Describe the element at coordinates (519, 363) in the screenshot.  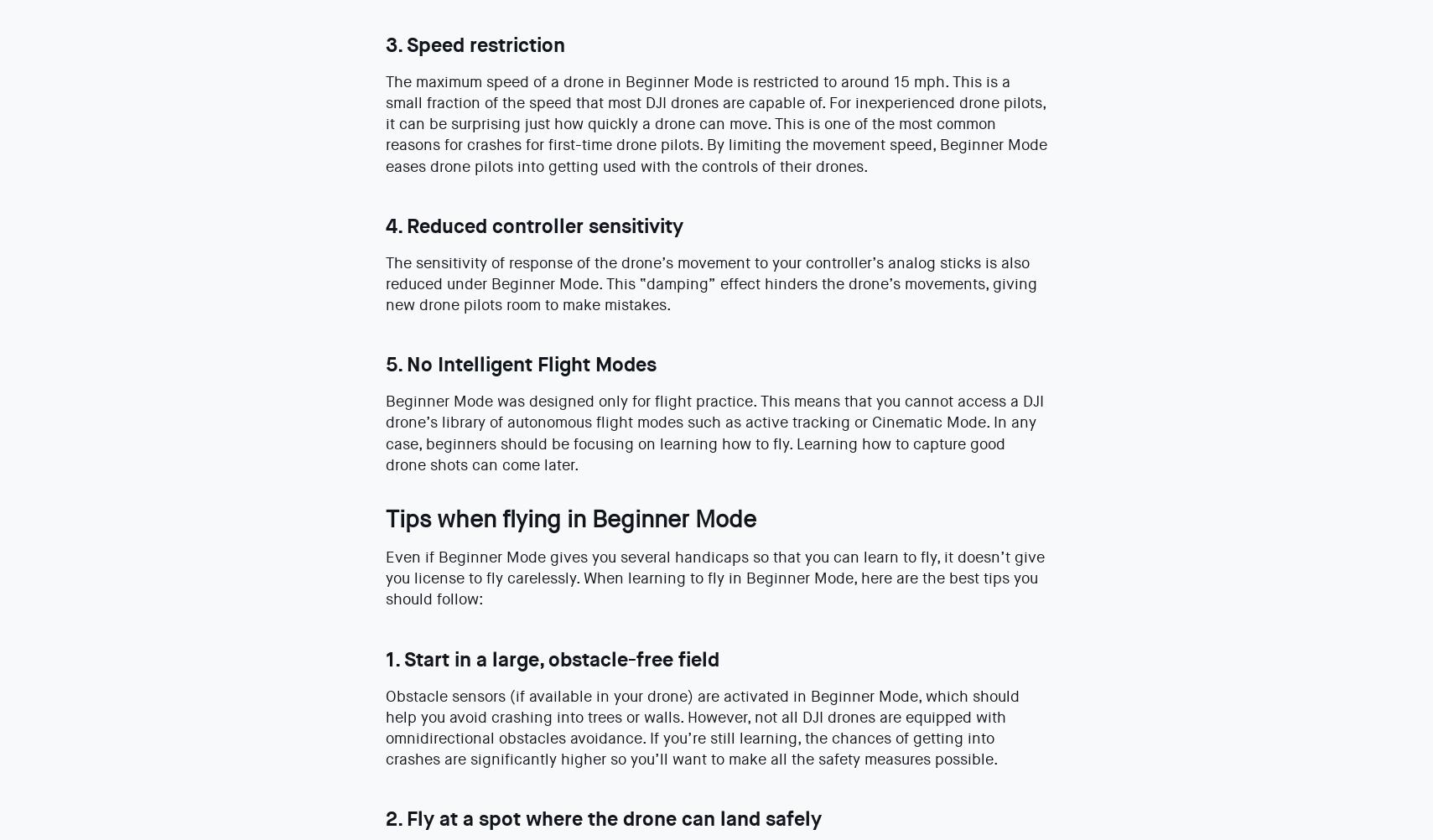
I see `'5. No Intelligent Flight Modes'` at that location.